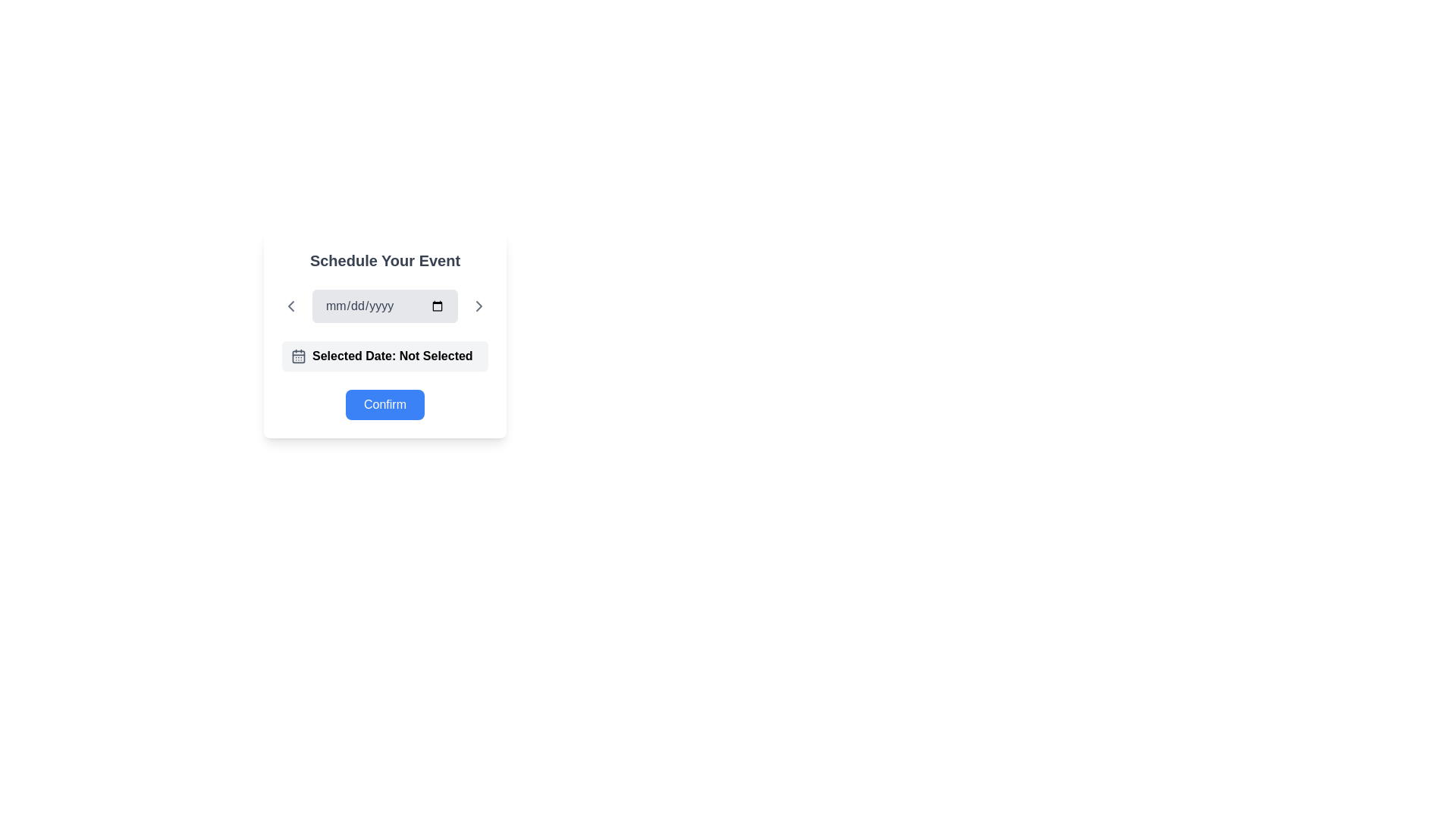 The width and height of the screenshot is (1456, 819). What do you see at coordinates (298, 356) in the screenshot?
I see `the gray calendar icon located to the left of the text 'Selected Date: Not Selected'` at bounding box center [298, 356].